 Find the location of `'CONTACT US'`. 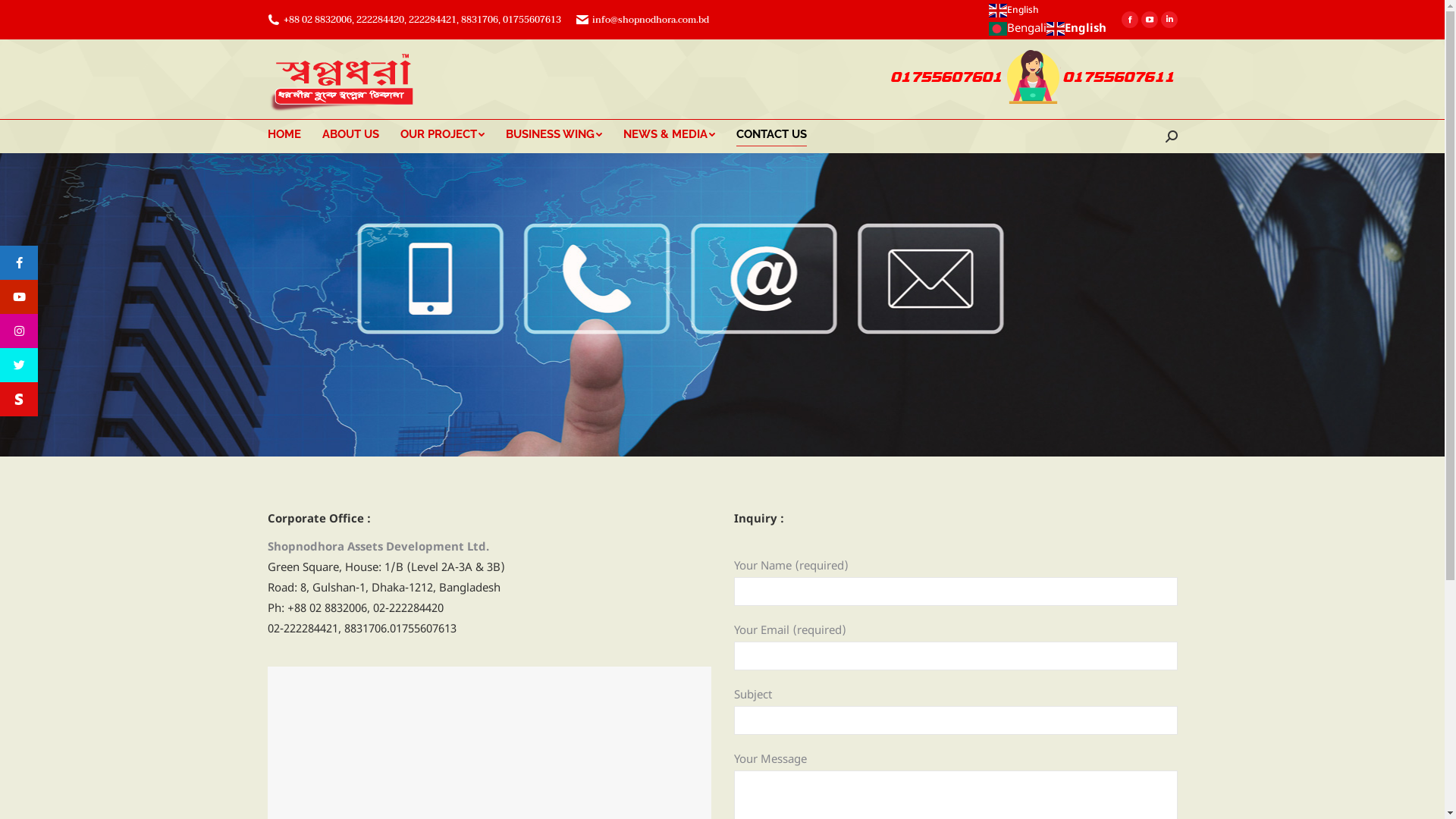

'CONTACT US' is located at coordinates (781, 133).